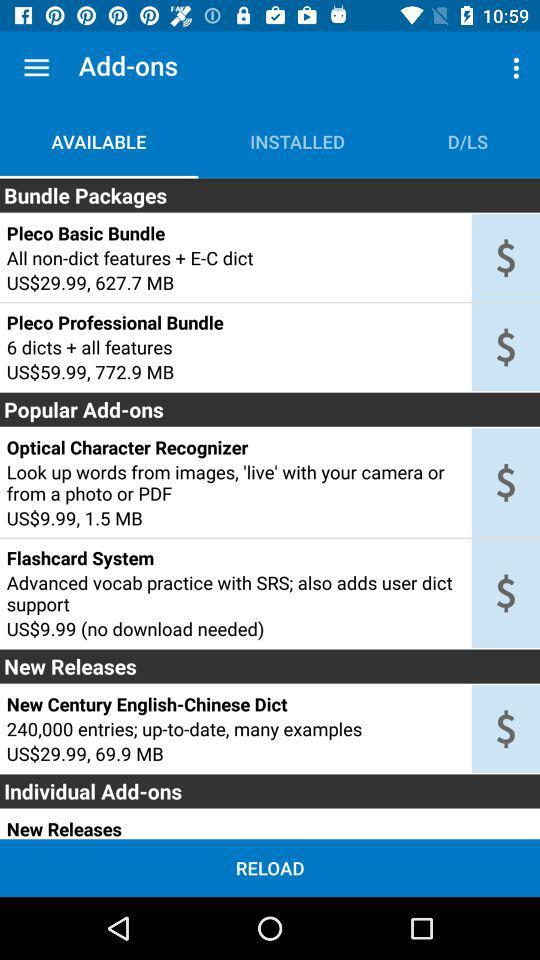 The width and height of the screenshot is (540, 960). What do you see at coordinates (234, 447) in the screenshot?
I see `the icon above the look up words item` at bounding box center [234, 447].